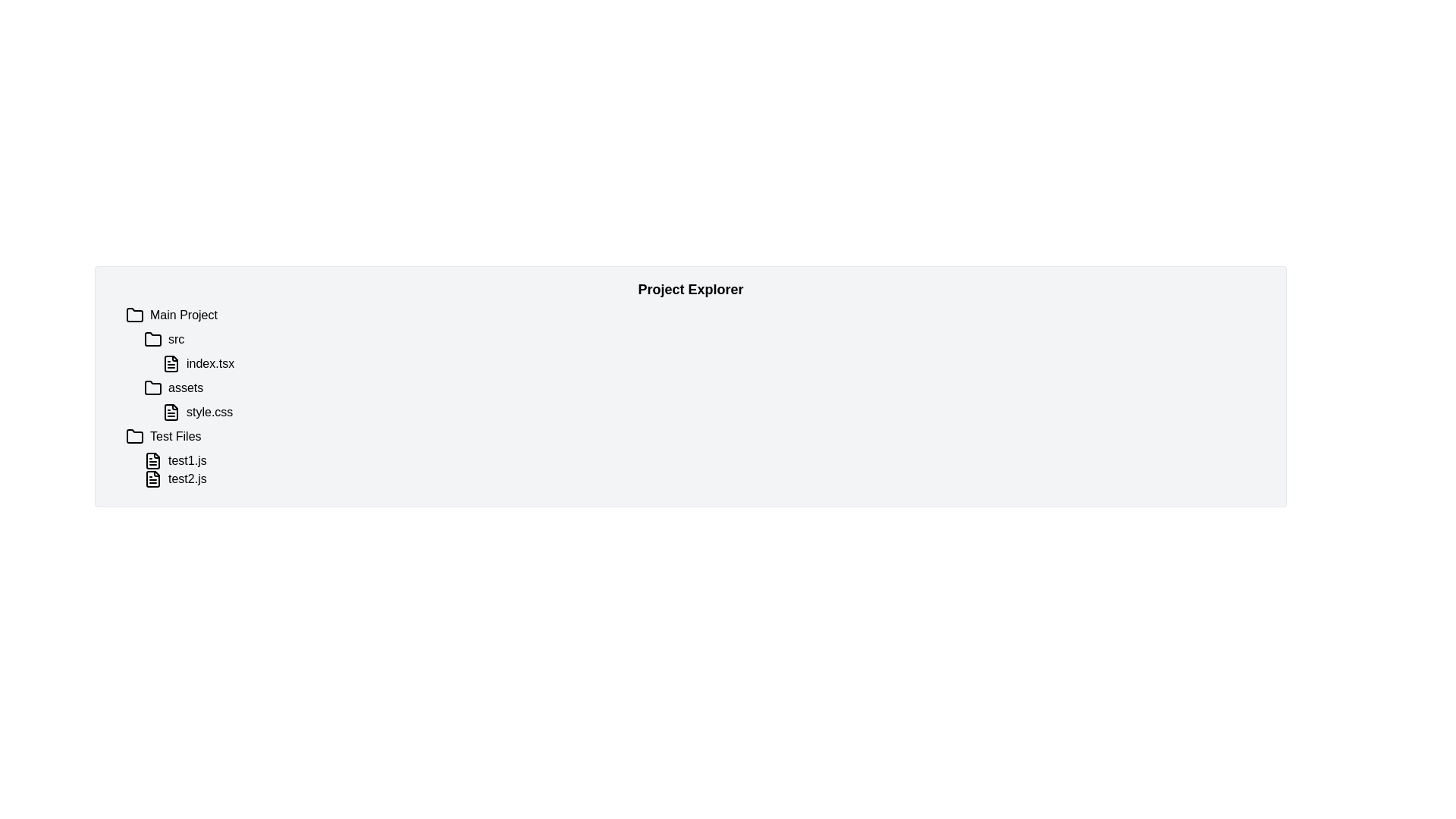 The height and width of the screenshot is (819, 1456). What do you see at coordinates (152, 388) in the screenshot?
I see `the folder icon representing a directory in the file explorer interface, located to the left of the text label 'assets'` at bounding box center [152, 388].